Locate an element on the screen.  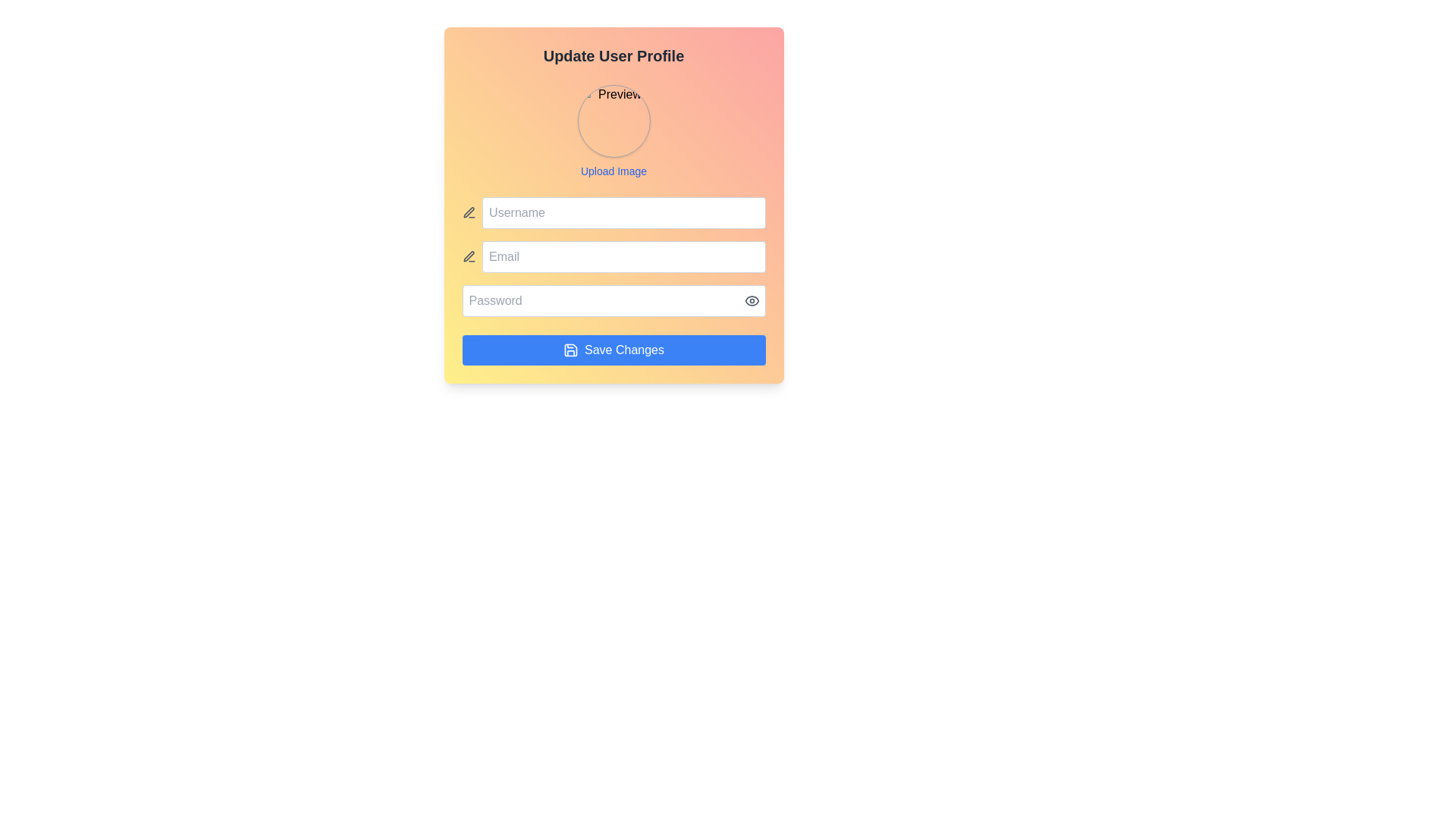
the toggle button located on the far right inside the Password input field is located at coordinates (752, 301).